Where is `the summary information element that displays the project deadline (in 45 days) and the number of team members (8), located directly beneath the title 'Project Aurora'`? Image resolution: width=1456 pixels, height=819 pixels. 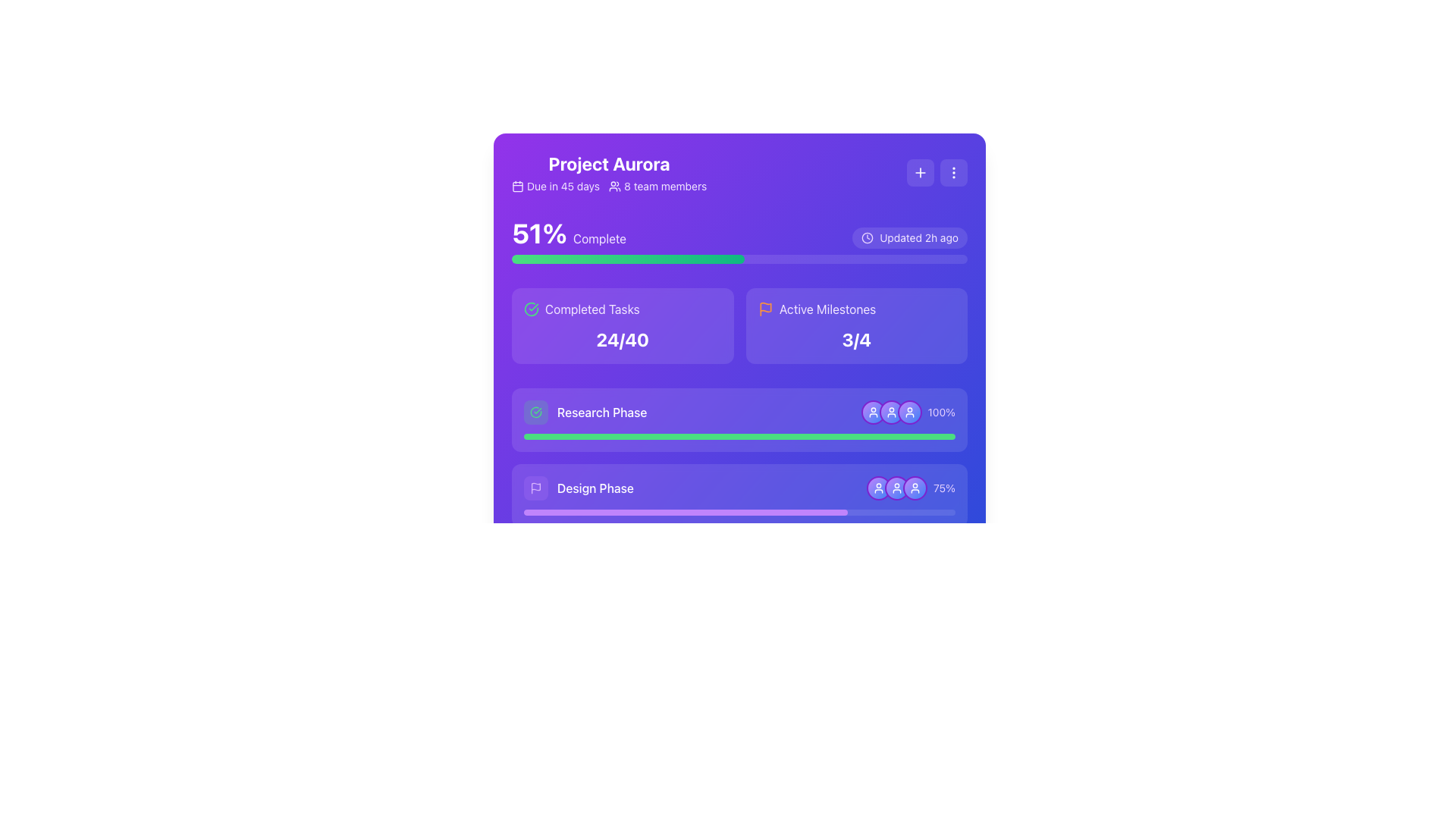 the summary information element that displays the project deadline (in 45 days) and the number of team members (8), located directly beneath the title 'Project Aurora' is located at coordinates (609, 186).